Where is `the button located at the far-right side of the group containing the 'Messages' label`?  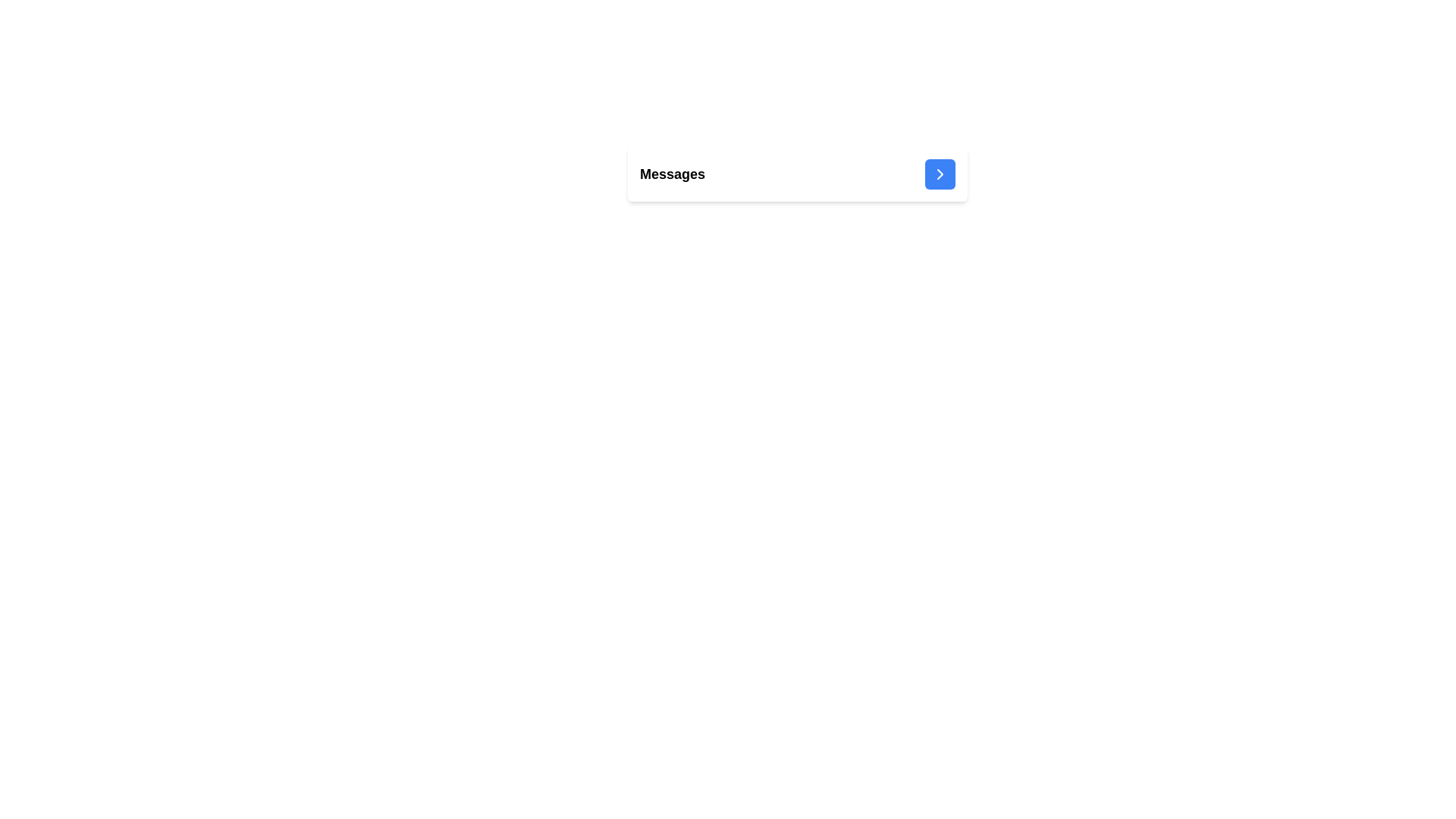
the button located at the far-right side of the group containing the 'Messages' label is located at coordinates (939, 174).